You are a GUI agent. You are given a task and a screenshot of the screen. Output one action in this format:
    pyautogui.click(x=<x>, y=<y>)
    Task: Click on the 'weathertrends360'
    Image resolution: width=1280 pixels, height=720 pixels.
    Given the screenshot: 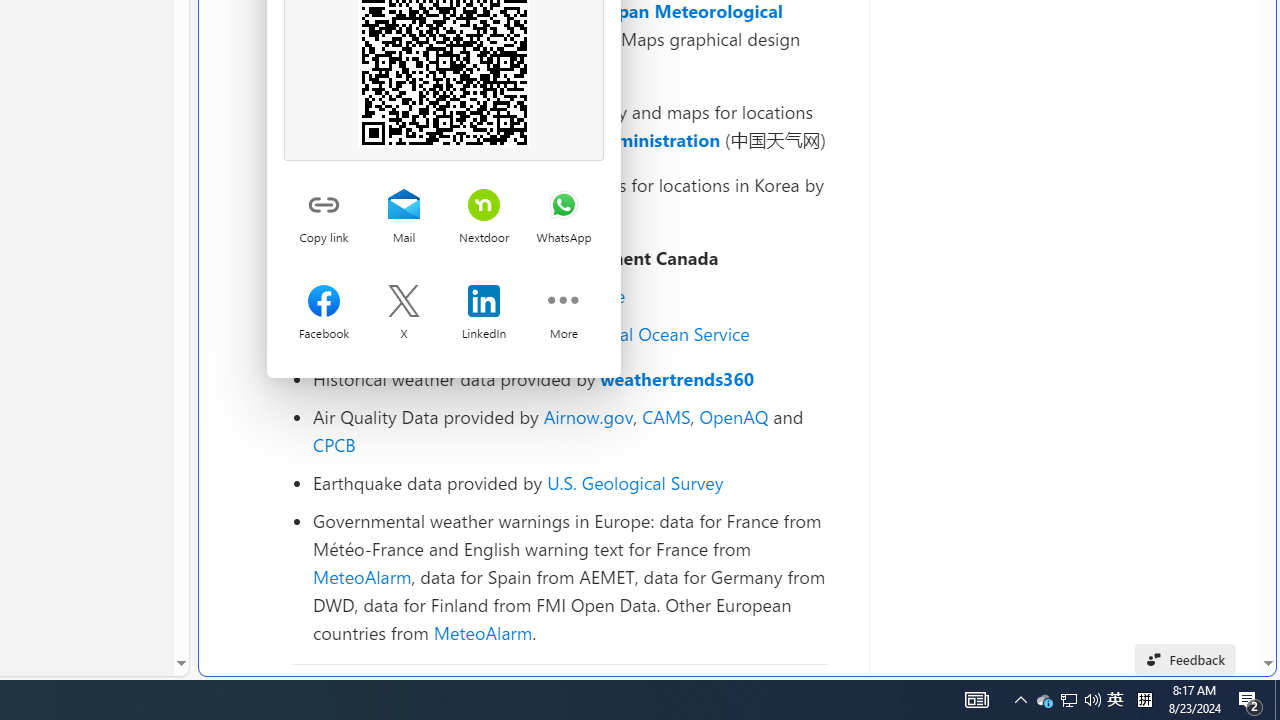 What is the action you would take?
    pyautogui.click(x=677, y=379)
    